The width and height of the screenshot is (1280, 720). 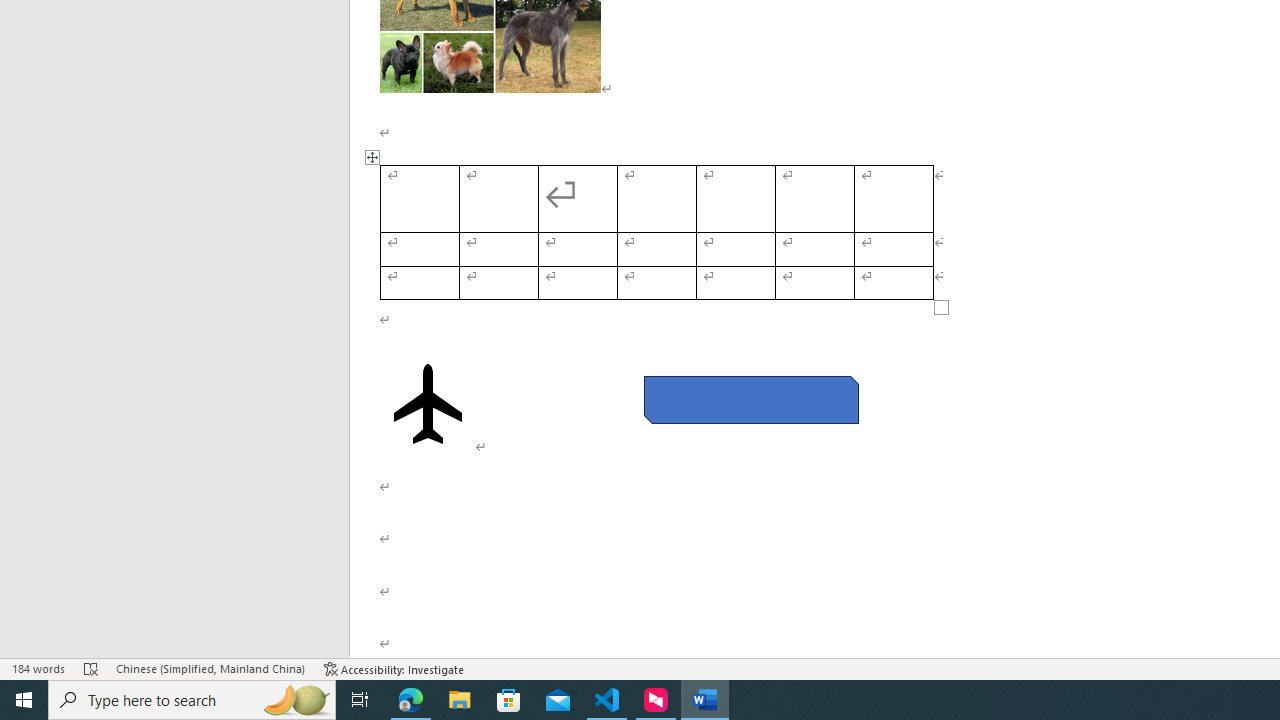 What do you see at coordinates (38, 669) in the screenshot?
I see `'Word Count 184 words'` at bounding box center [38, 669].